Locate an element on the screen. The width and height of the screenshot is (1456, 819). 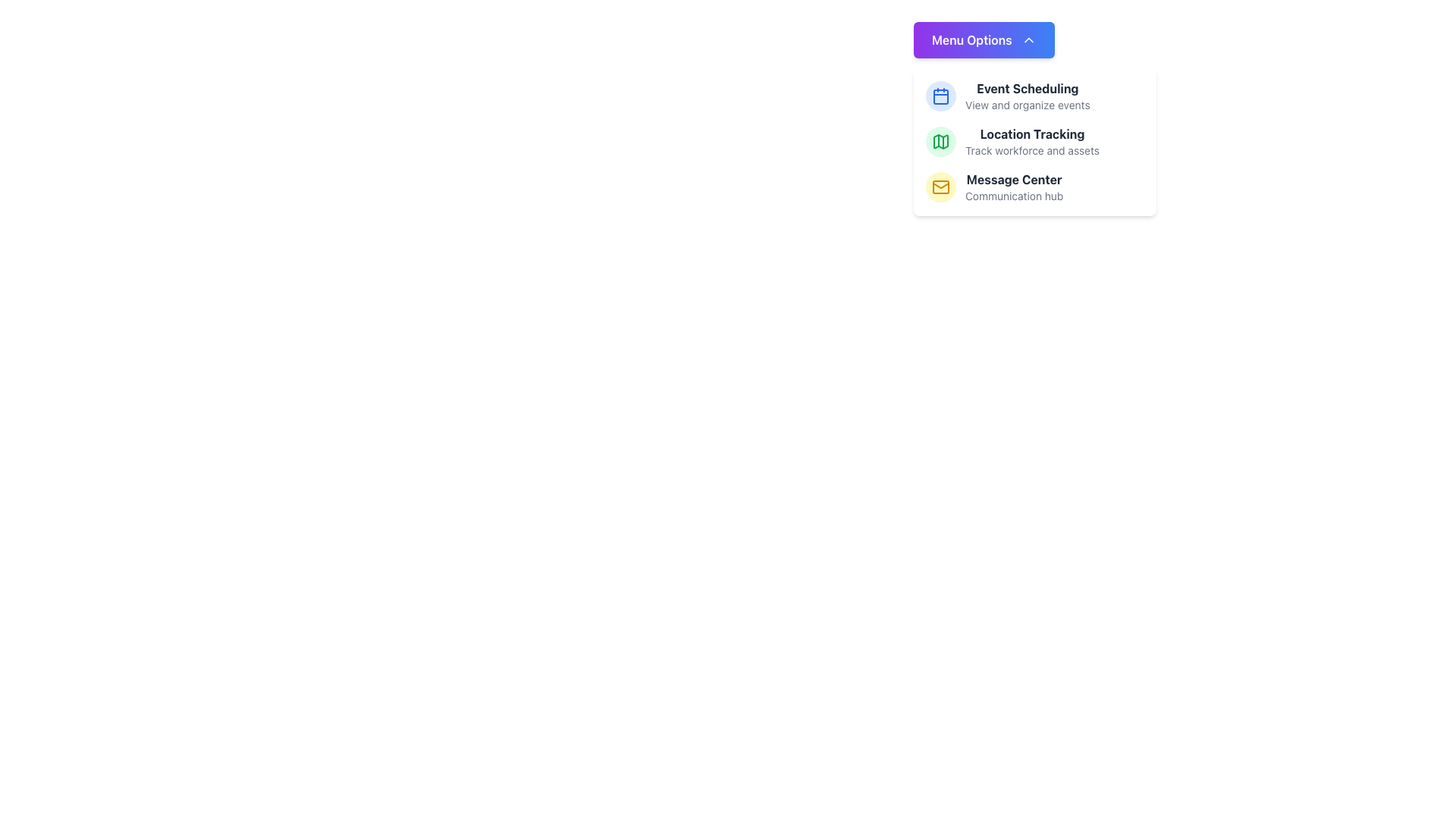
the text label displaying 'View and organize events', which is styled in light gray and located beneath the 'Event Scheduling' title in the dropdown menu is located at coordinates (1028, 104).